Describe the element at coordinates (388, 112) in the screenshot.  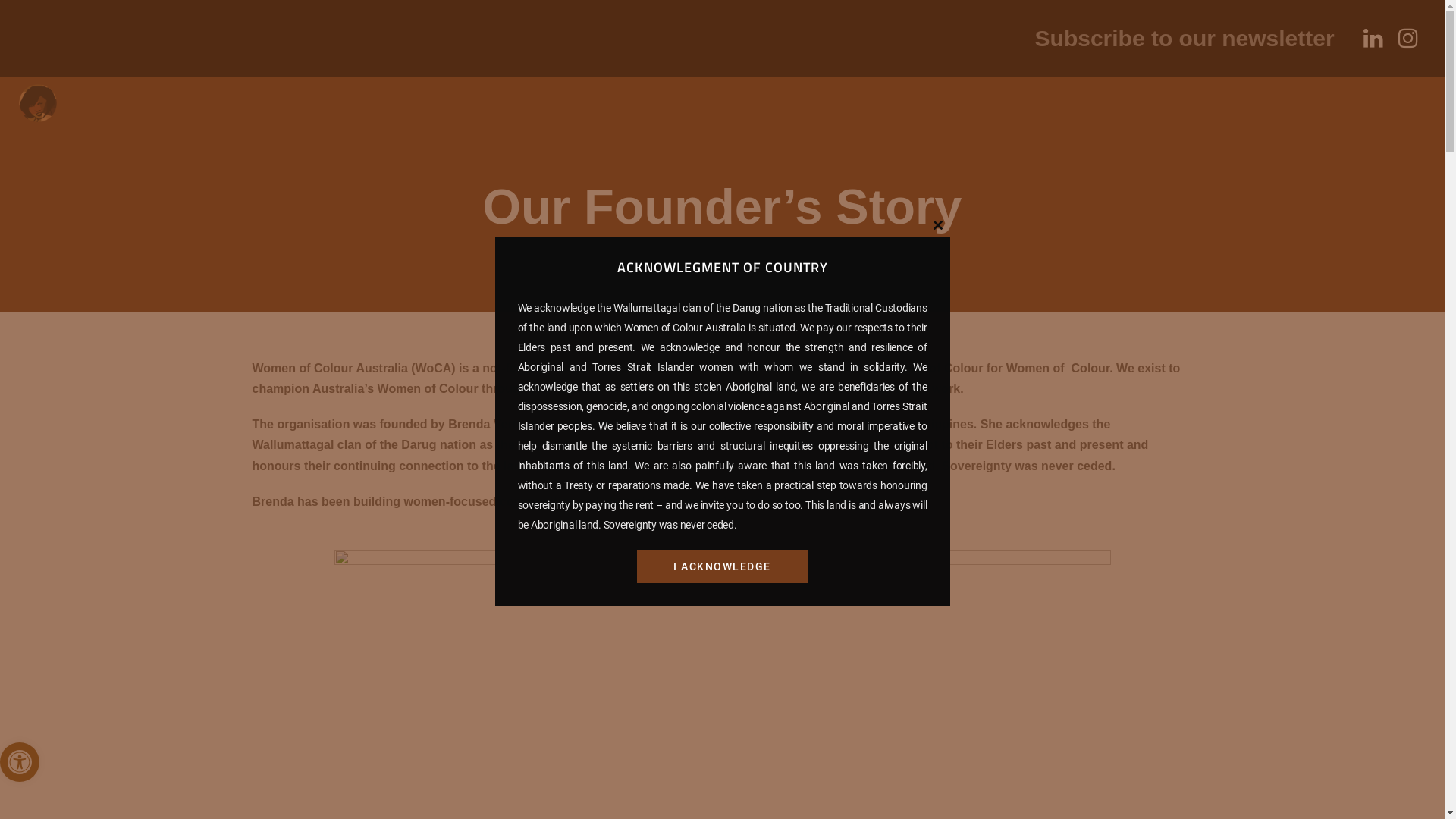
I see `'COMMUNITY SUPPORT'` at that location.